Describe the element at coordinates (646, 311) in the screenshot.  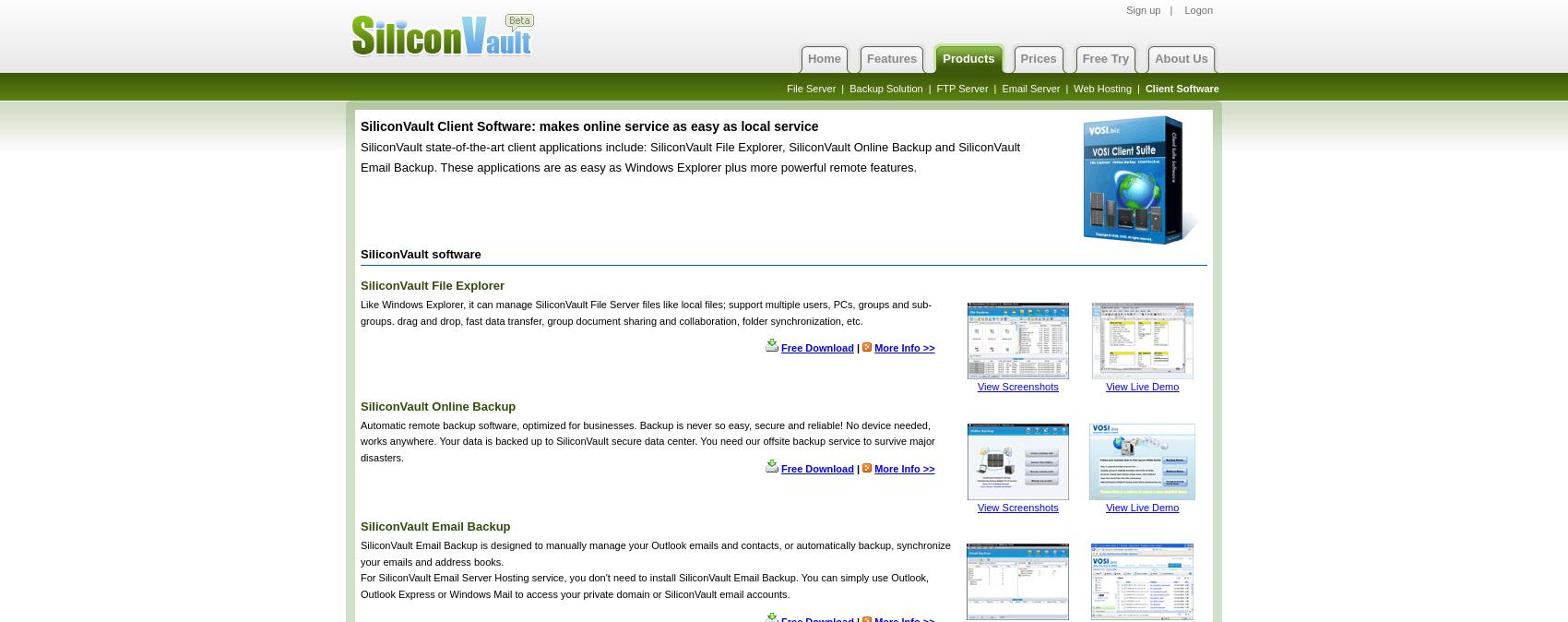
I see `'Like Windows Explorer, it can manage SiliconVault File Server files like local files; support multiple users, PCs, groups and sub-groups.  drag and drop, fast data transfer, group document sharing and collaboration, folder synchronization, etc.'` at that location.